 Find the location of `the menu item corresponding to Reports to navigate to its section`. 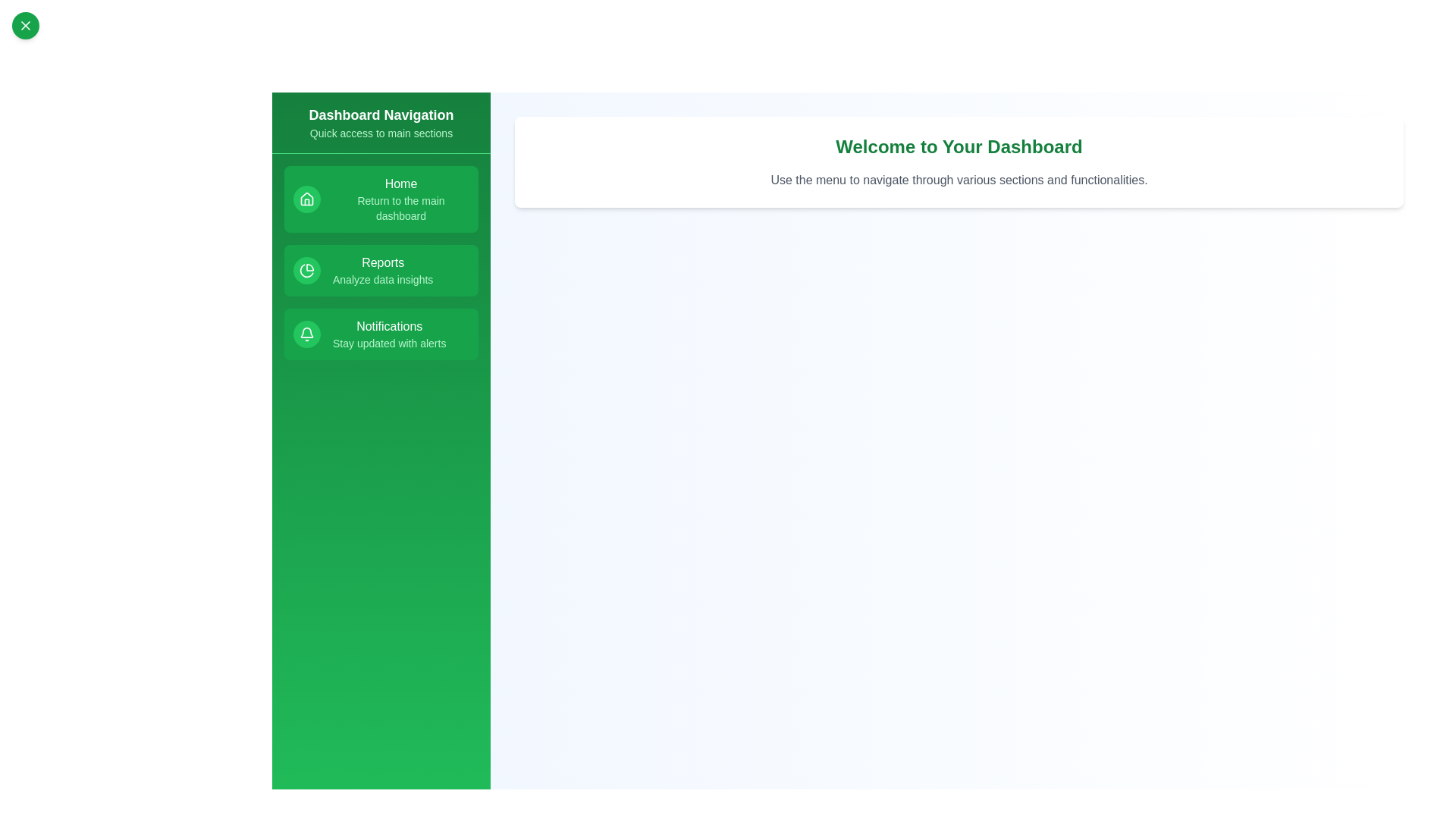

the menu item corresponding to Reports to navigate to its section is located at coordinates (381, 270).